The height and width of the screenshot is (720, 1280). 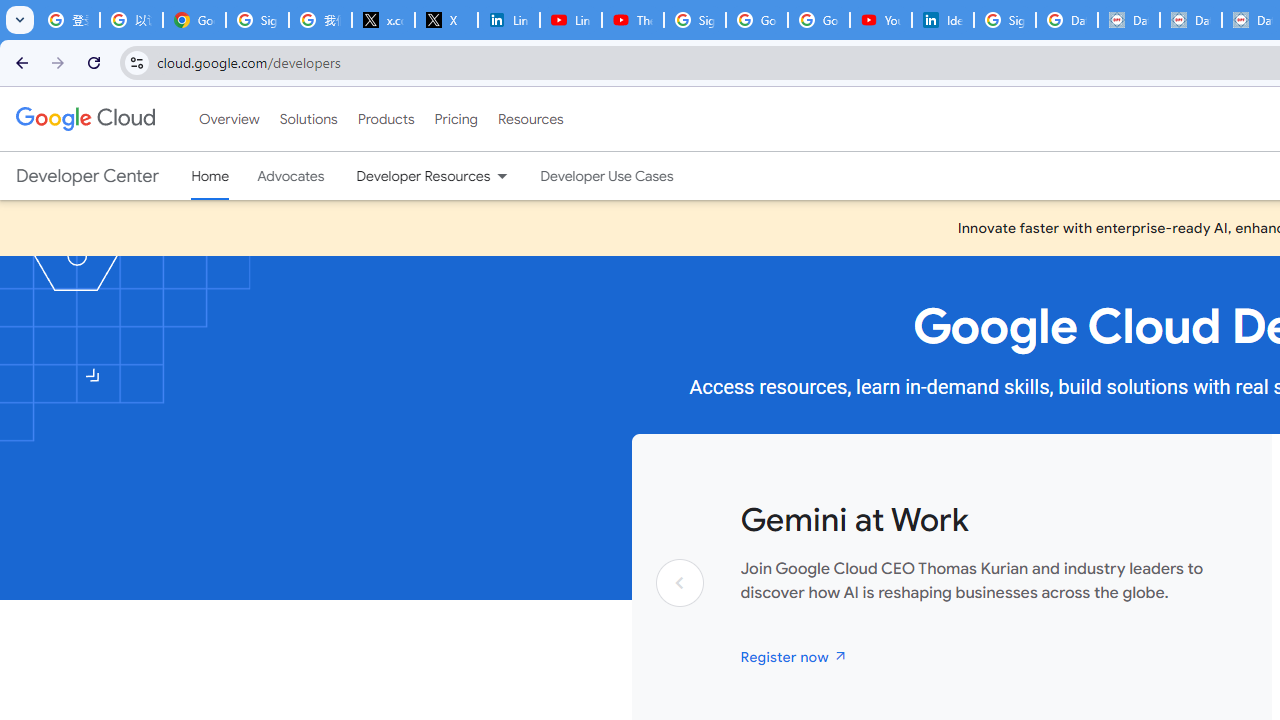 I want to click on 'Products', so click(x=385, y=119).